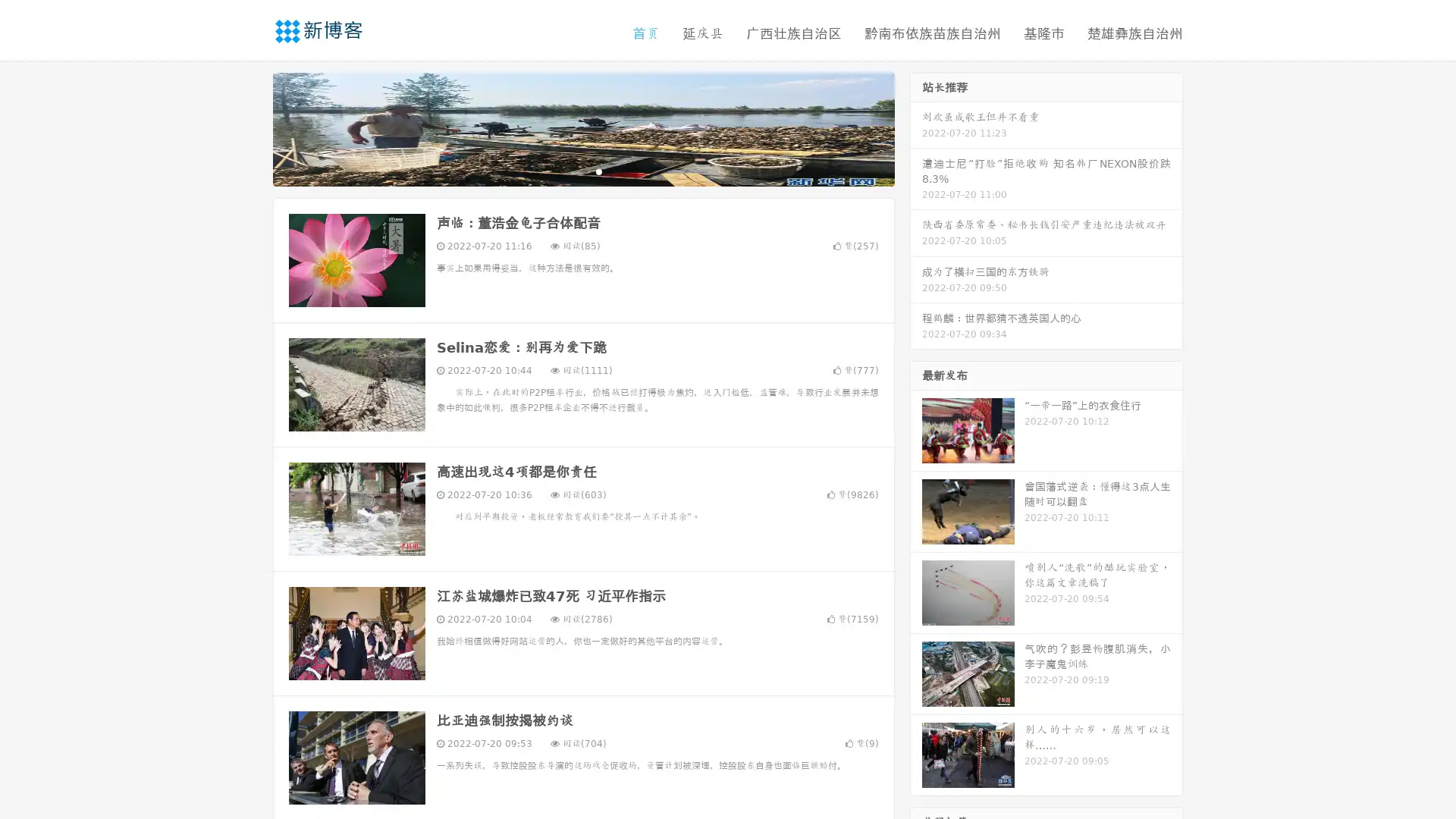 The image size is (1456, 819). Describe the element at coordinates (567, 171) in the screenshot. I see `Go to slide 1` at that location.